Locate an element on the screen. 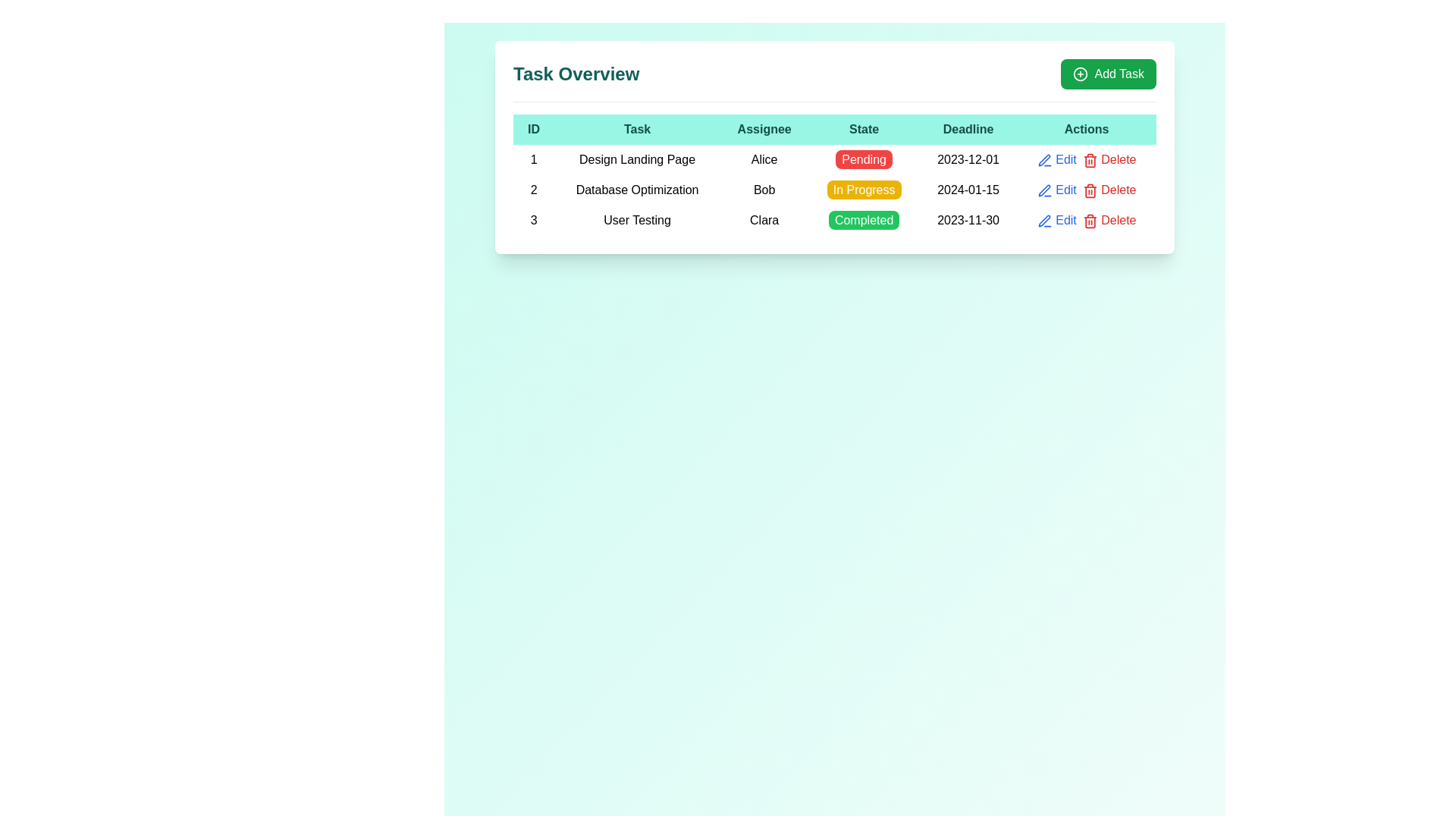 The width and height of the screenshot is (1456, 819). the editing tool icon (pen or pencil design) located in the 'Actions' column next to the 'Edit' text link is located at coordinates (1043, 160).